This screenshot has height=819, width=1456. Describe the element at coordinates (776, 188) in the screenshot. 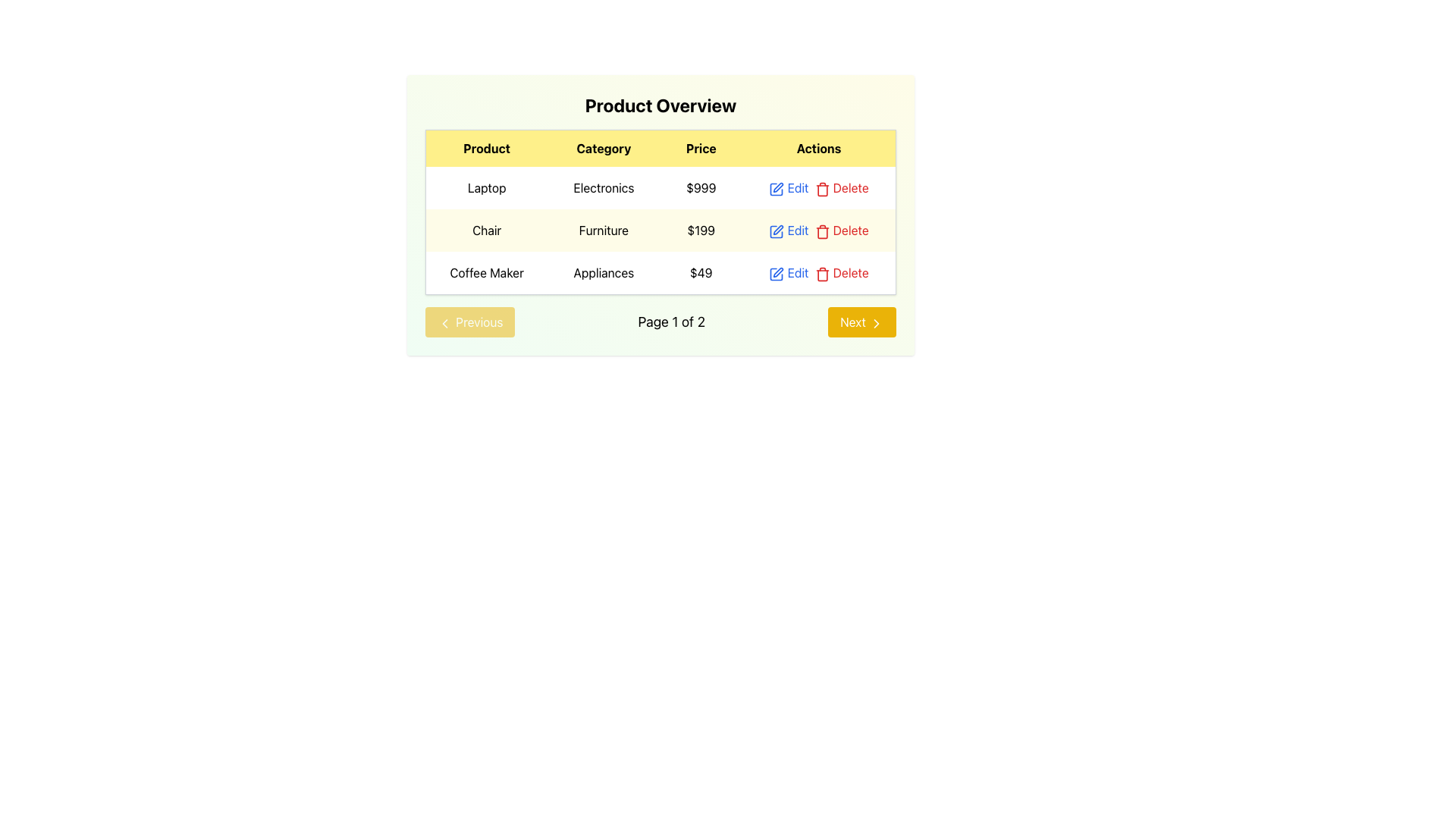

I see `the pen icon located in the 'Actions' column next to the first row's product 'Laptop'` at that location.